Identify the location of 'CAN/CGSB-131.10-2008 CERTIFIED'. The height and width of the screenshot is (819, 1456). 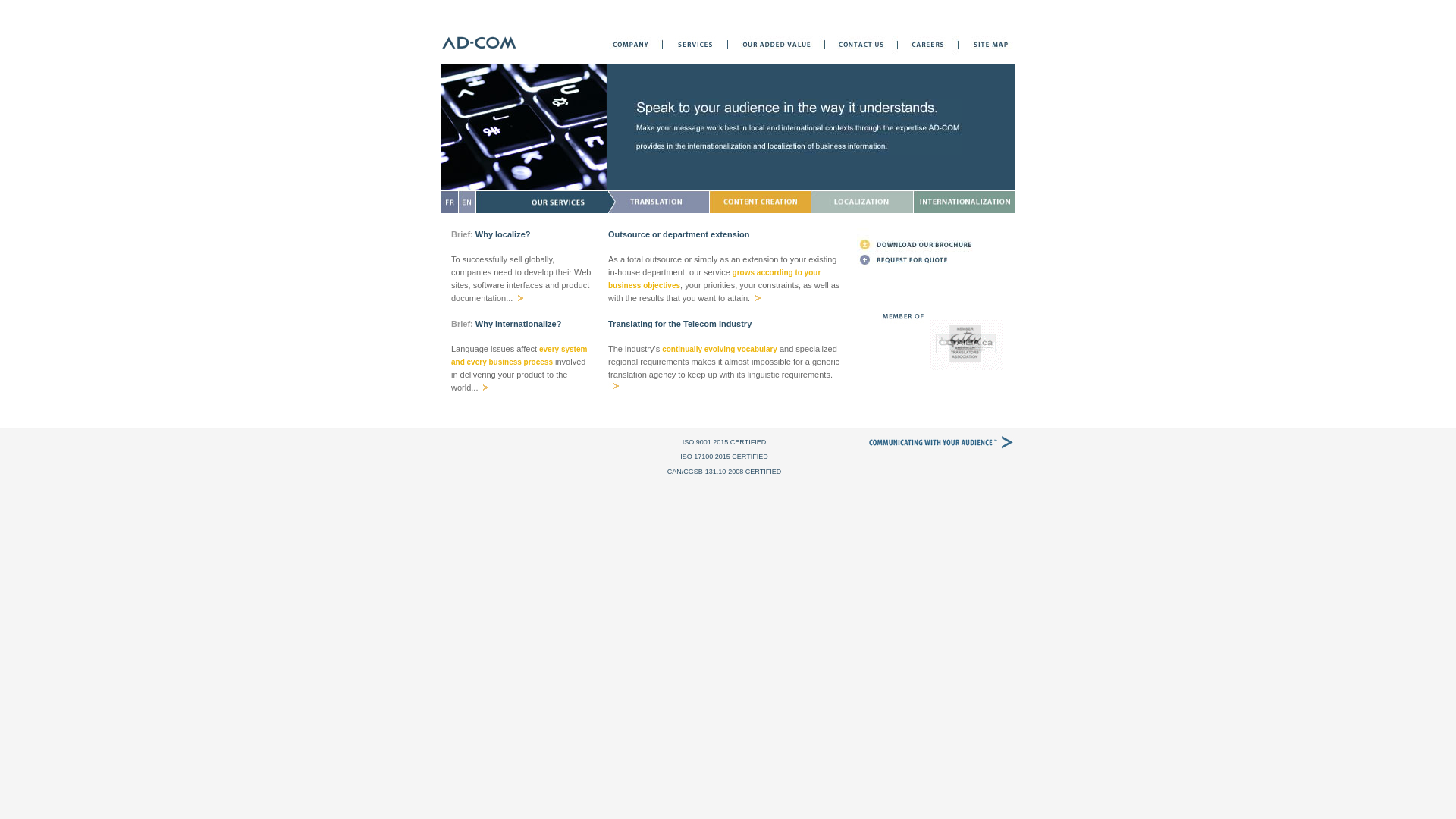
(723, 470).